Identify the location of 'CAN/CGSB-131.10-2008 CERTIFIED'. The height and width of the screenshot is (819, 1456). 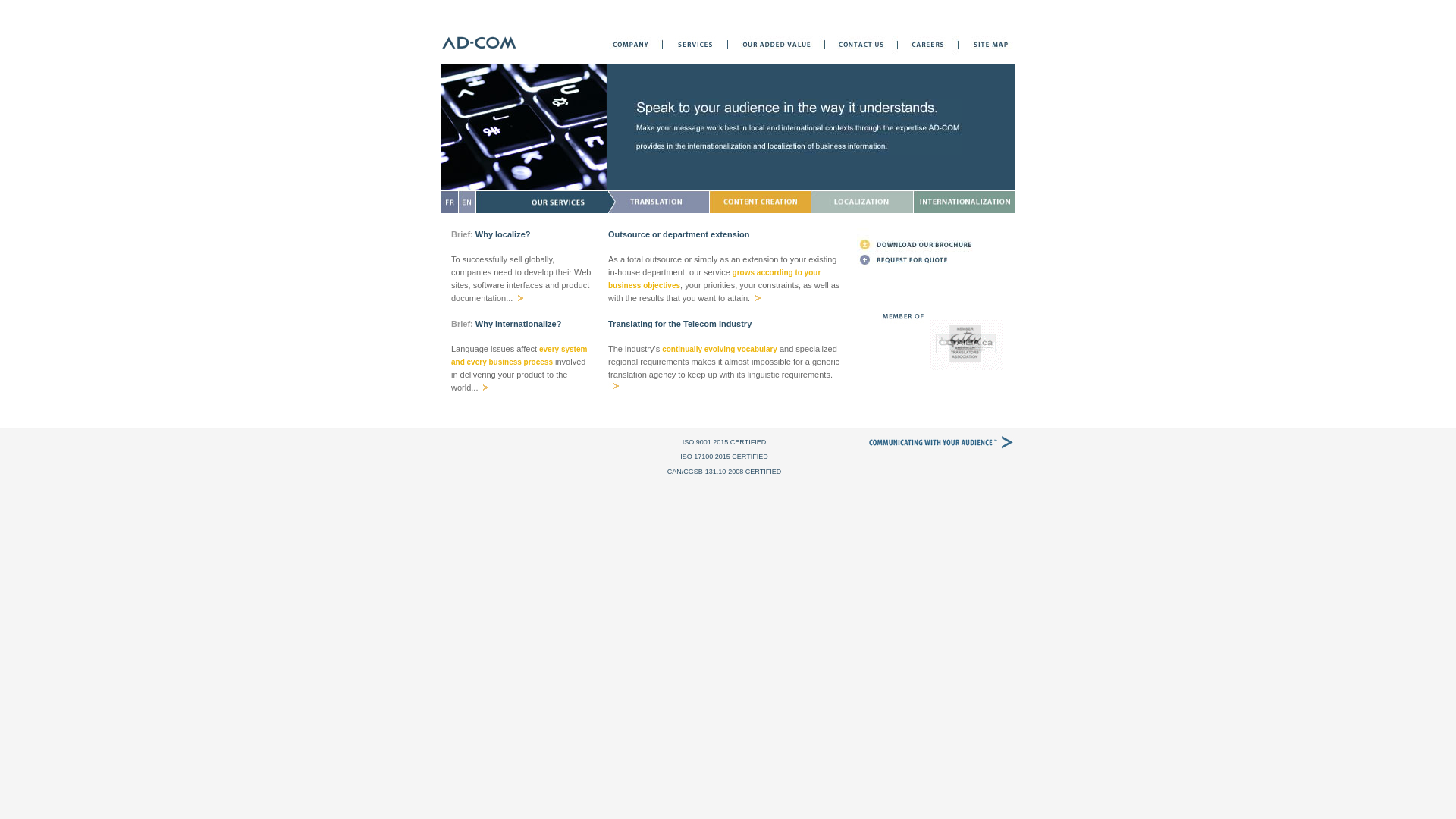
(723, 470).